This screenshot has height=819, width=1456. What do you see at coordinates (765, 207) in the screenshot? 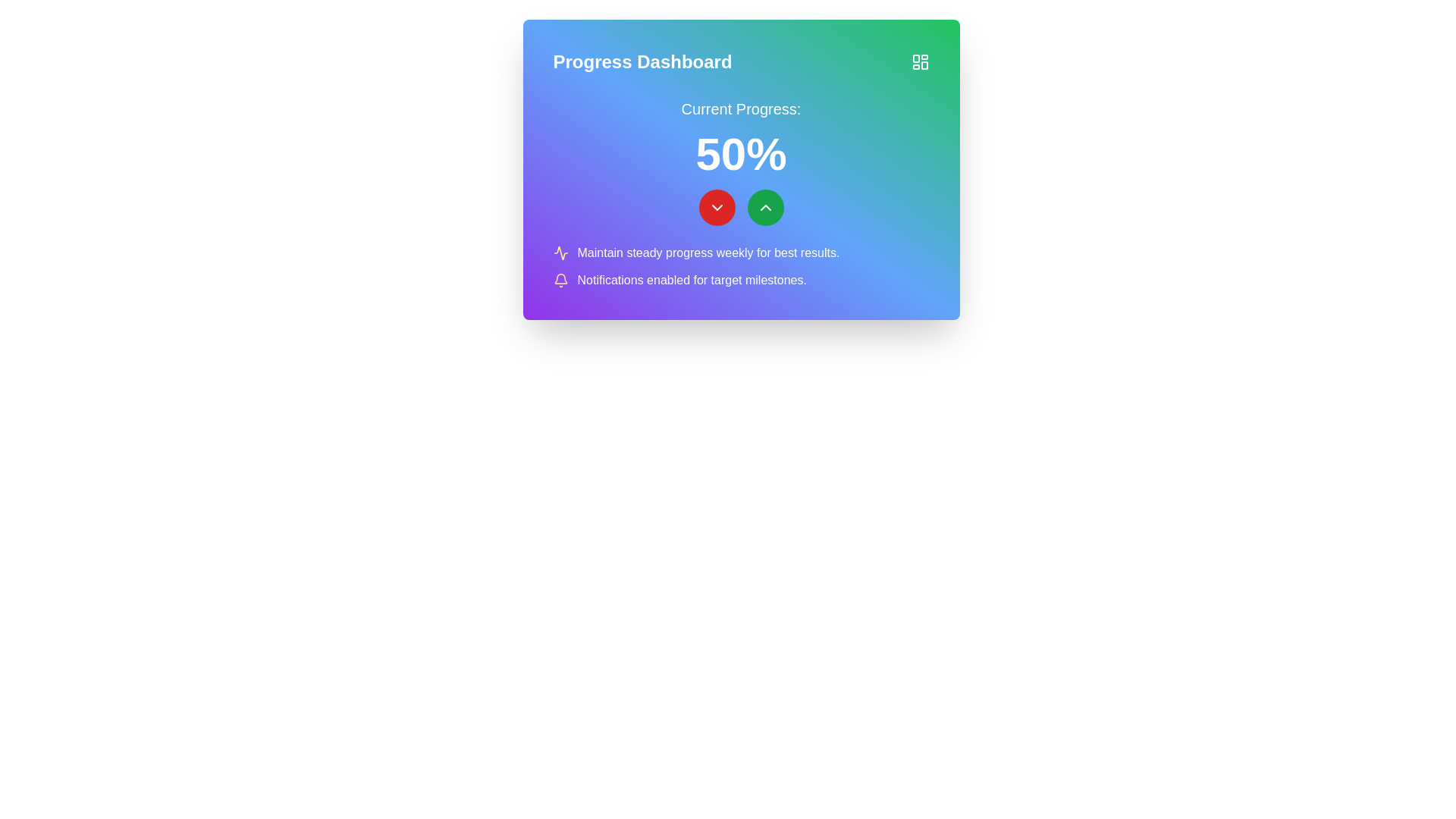
I see `the upward-pointing chevron arrow icon within the green circular button` at bounding box center [765, 207].